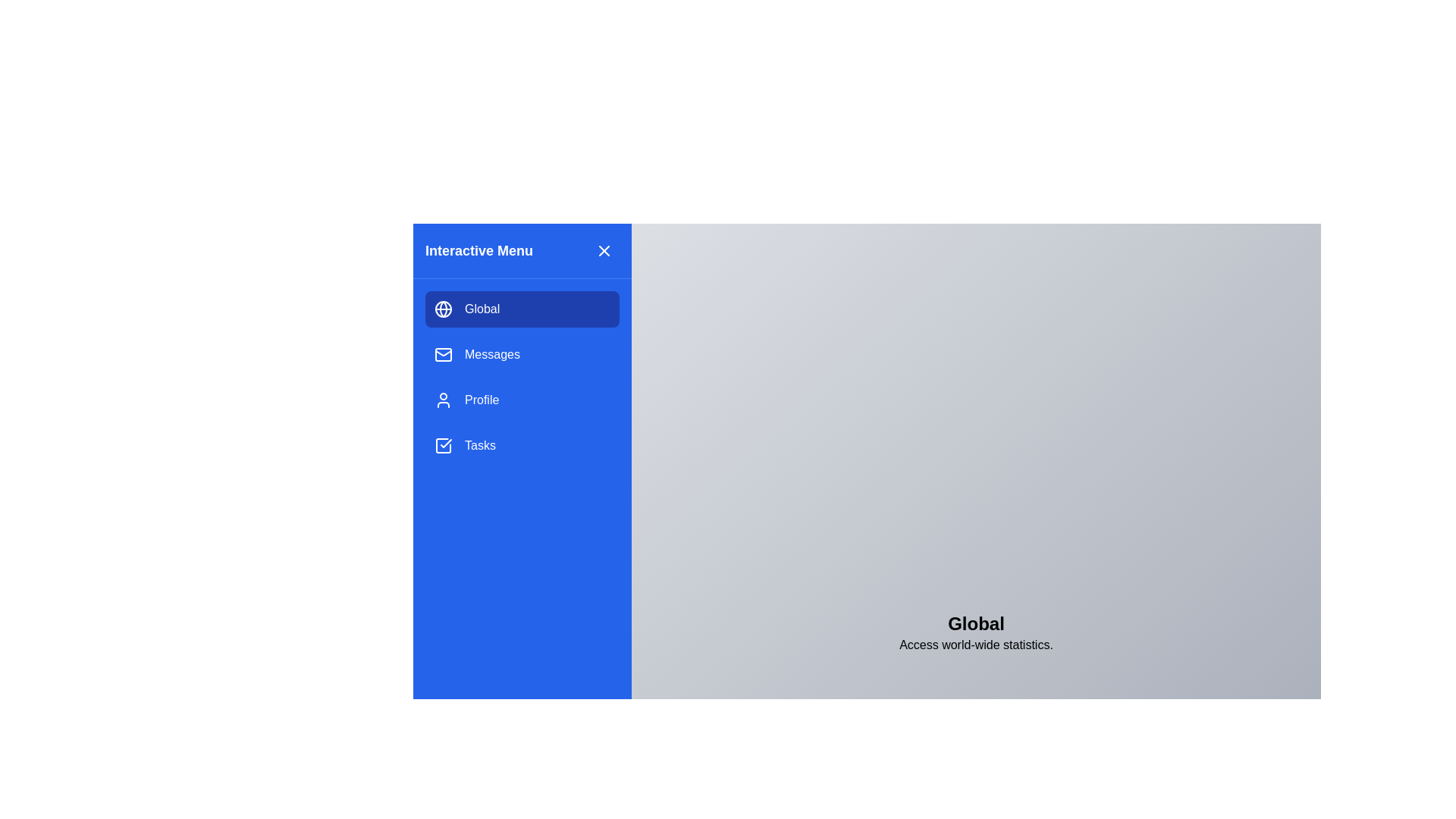  I want to click on the text label displaying 'Access world-wide statistics.' which is positioned below the 'Global' title and serves as a descriptive line for it, so click(976, 645).